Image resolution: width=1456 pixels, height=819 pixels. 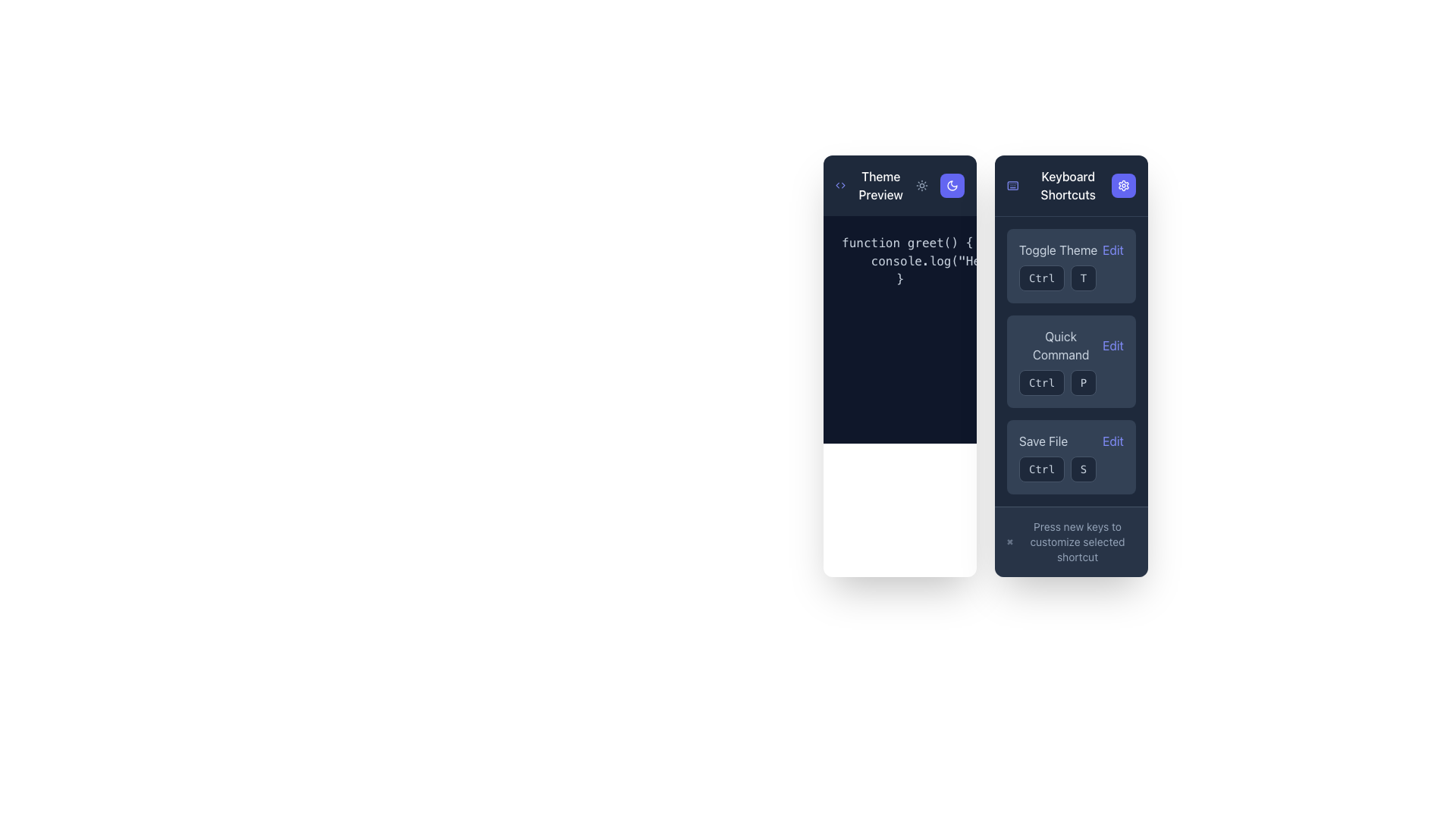 What do you see at coordinates (1124, 185) in the screenshot?
I see `the settings button represented by the gear icon located at the top-right corner of the 'Keyboard Shortcuts' card` at bounding box center [1124, 185].